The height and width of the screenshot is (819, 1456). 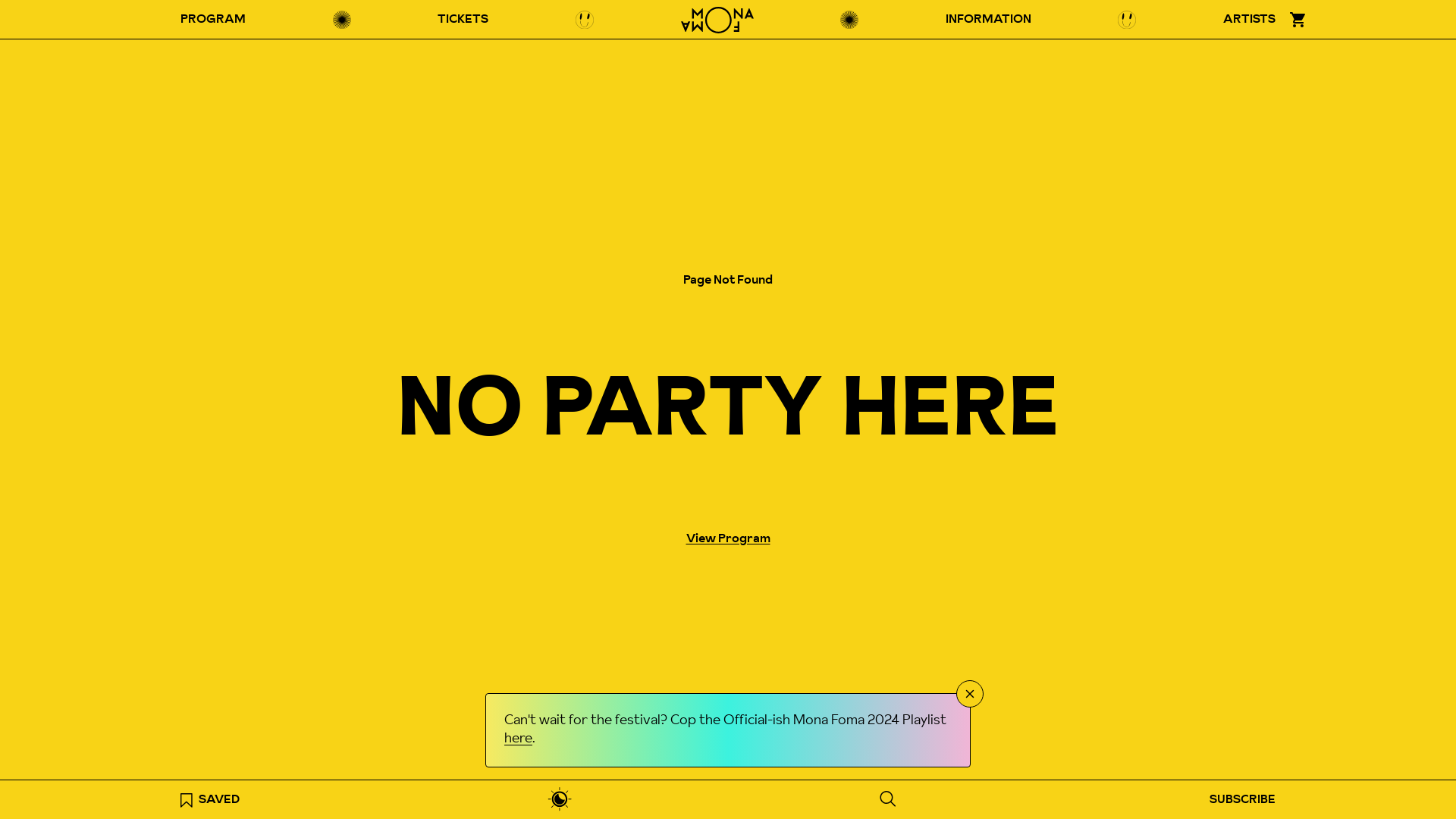 What do you see at coordinates (870, 798) in the screenshot?
I see `'Search'` at bounding box center [870, 798].